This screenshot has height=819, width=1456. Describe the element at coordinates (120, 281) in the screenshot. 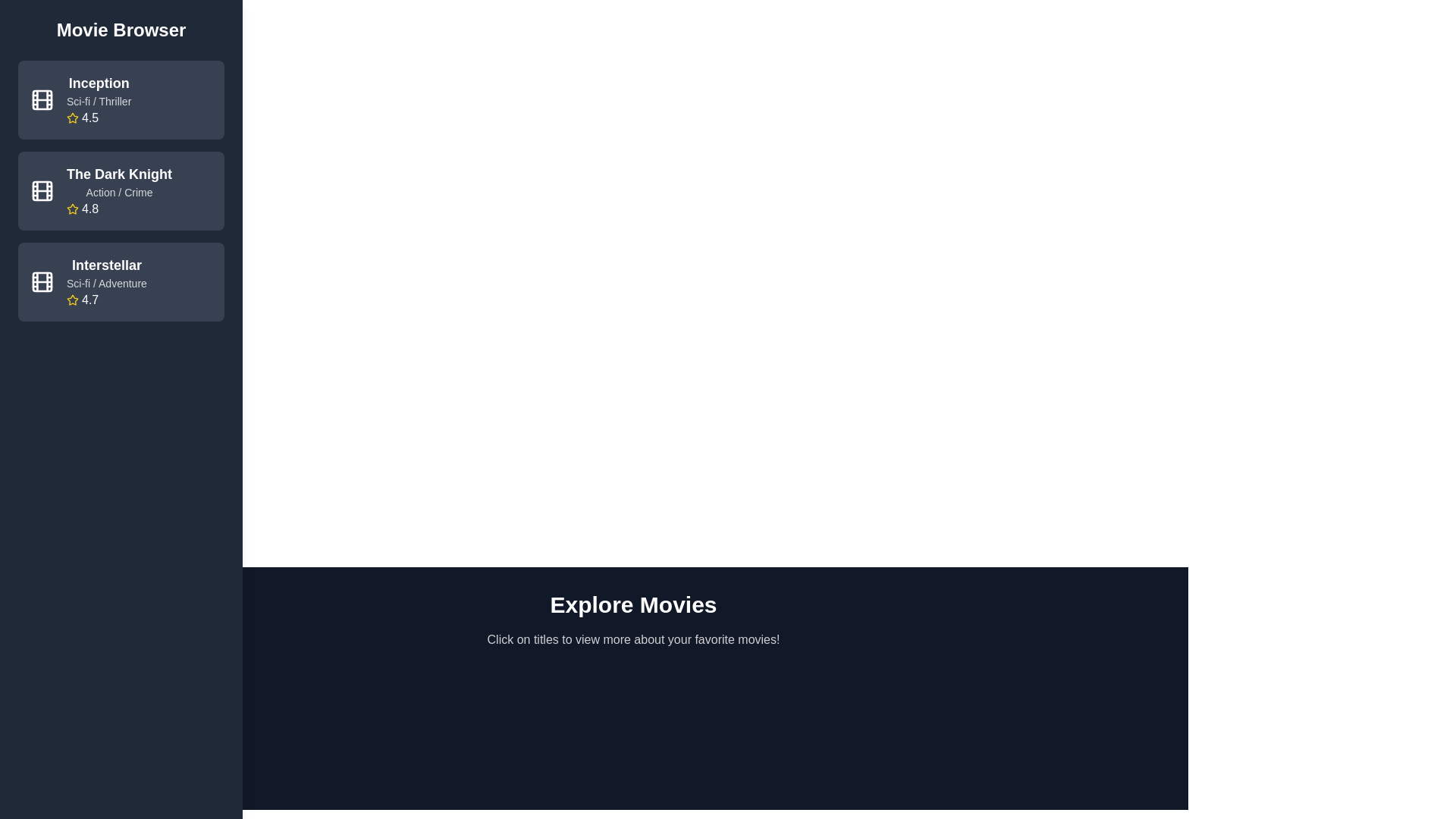

I see `the movie item titled Interstellar` at that location.